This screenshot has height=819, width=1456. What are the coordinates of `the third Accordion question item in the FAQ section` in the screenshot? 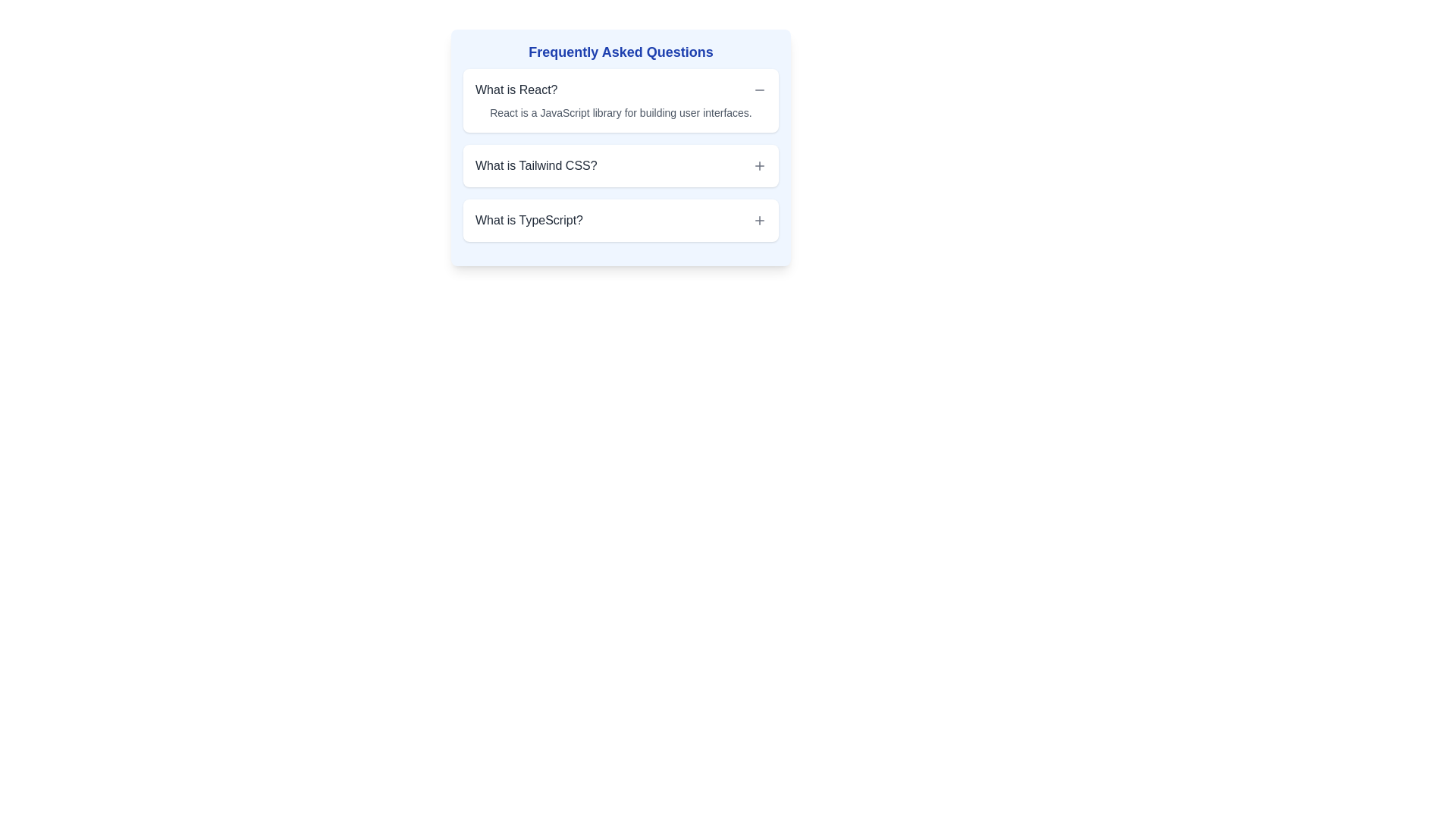 It's located at (621, 220).